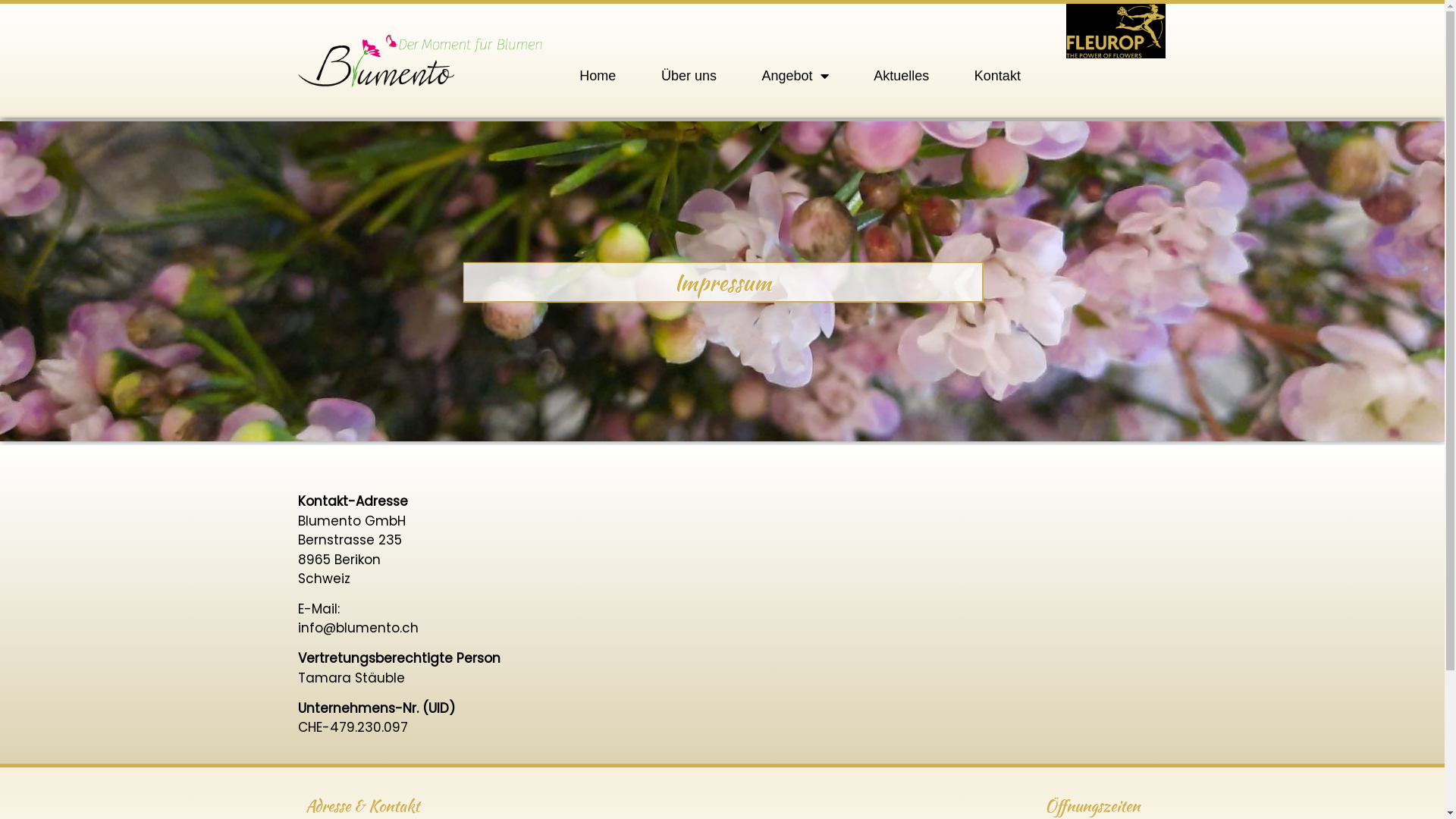  I want to click on 'Kontakt', so click(997, 76).